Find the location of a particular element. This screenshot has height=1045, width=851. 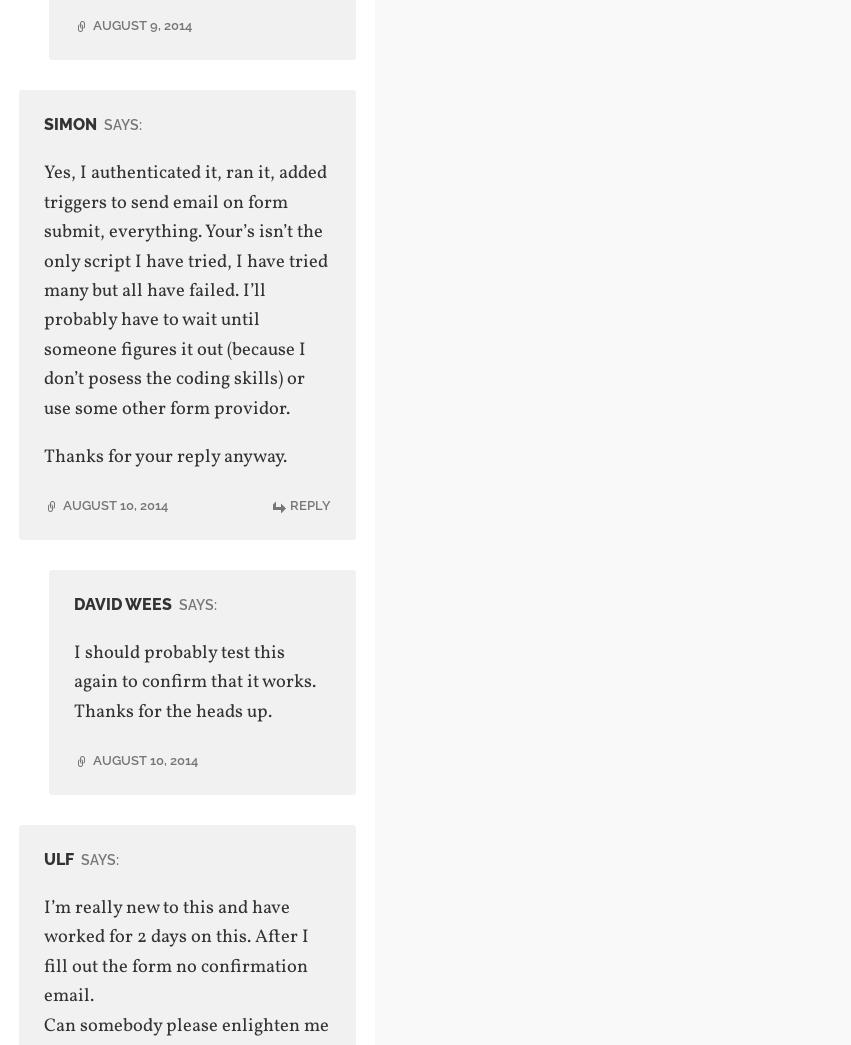

'SImon' is located at coordinates (69, 123).